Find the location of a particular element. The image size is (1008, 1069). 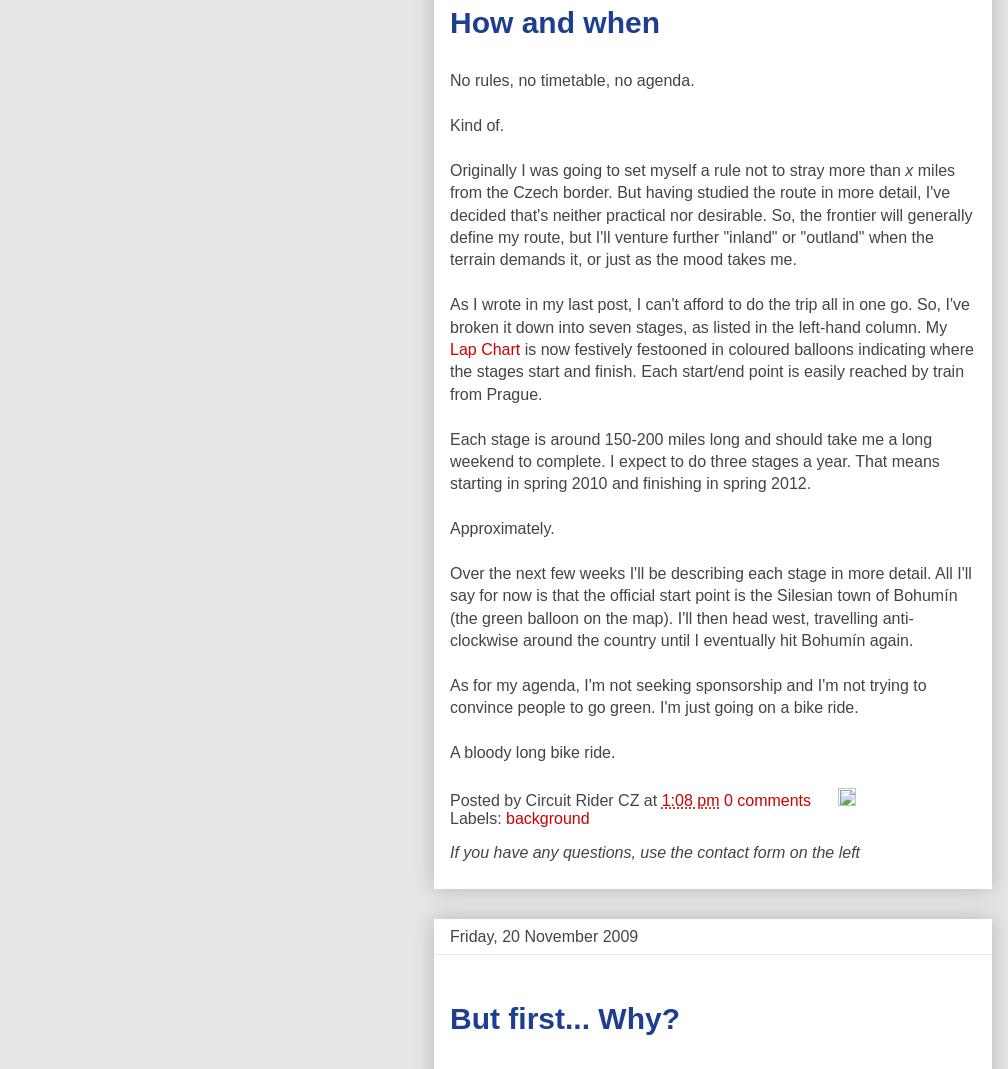

'As I wrote in my last post, I can't afford to do the trip all in one go. So, I've broken it down into seven stages, as listed in the left-hand column. My' is located at coordinates (449, 314).